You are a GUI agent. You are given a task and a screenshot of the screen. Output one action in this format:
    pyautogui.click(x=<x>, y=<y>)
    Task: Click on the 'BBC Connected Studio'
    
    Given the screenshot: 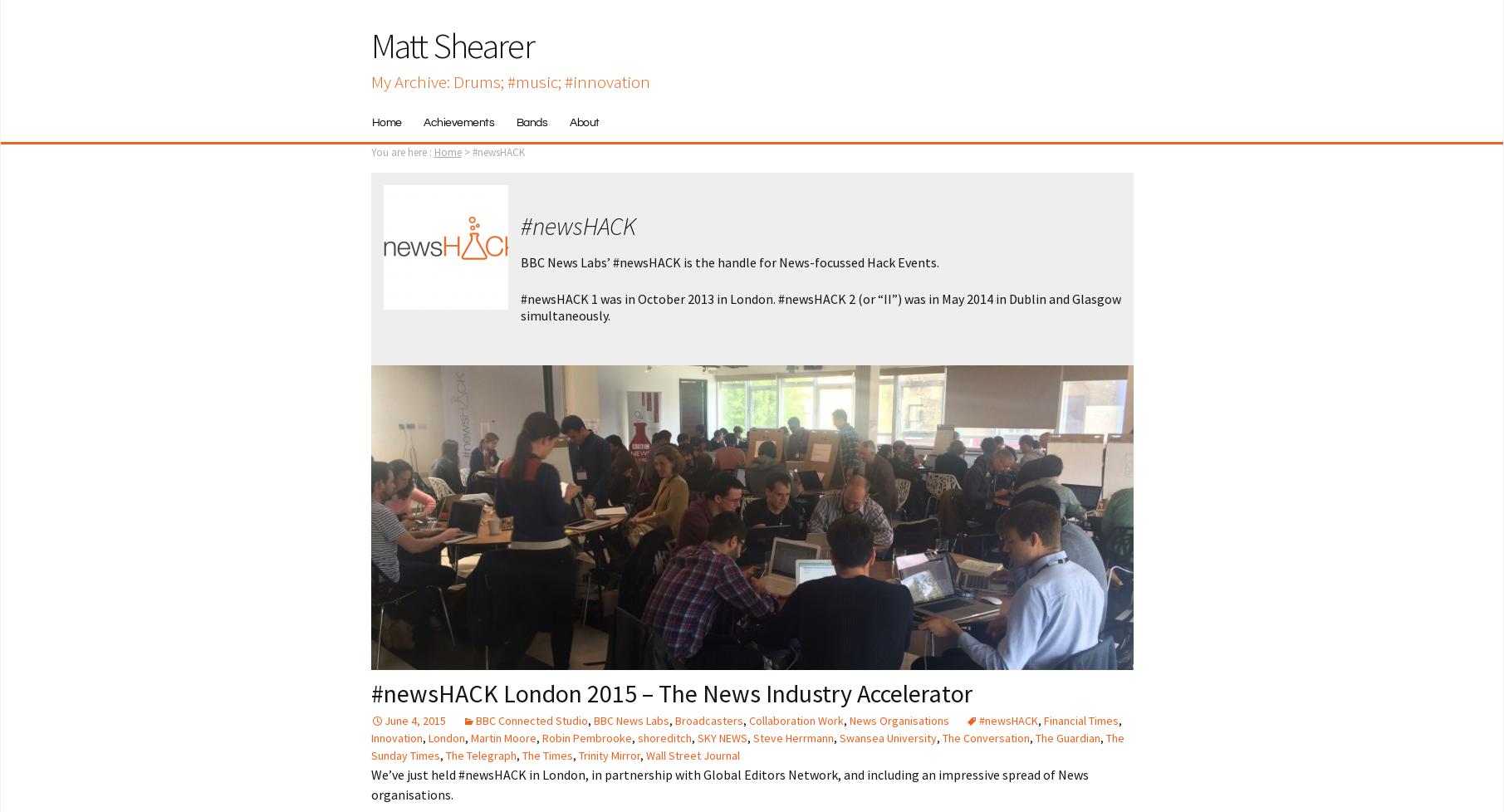 What is the action you would take?
    pyautogui.click(x=531, y=719)
    